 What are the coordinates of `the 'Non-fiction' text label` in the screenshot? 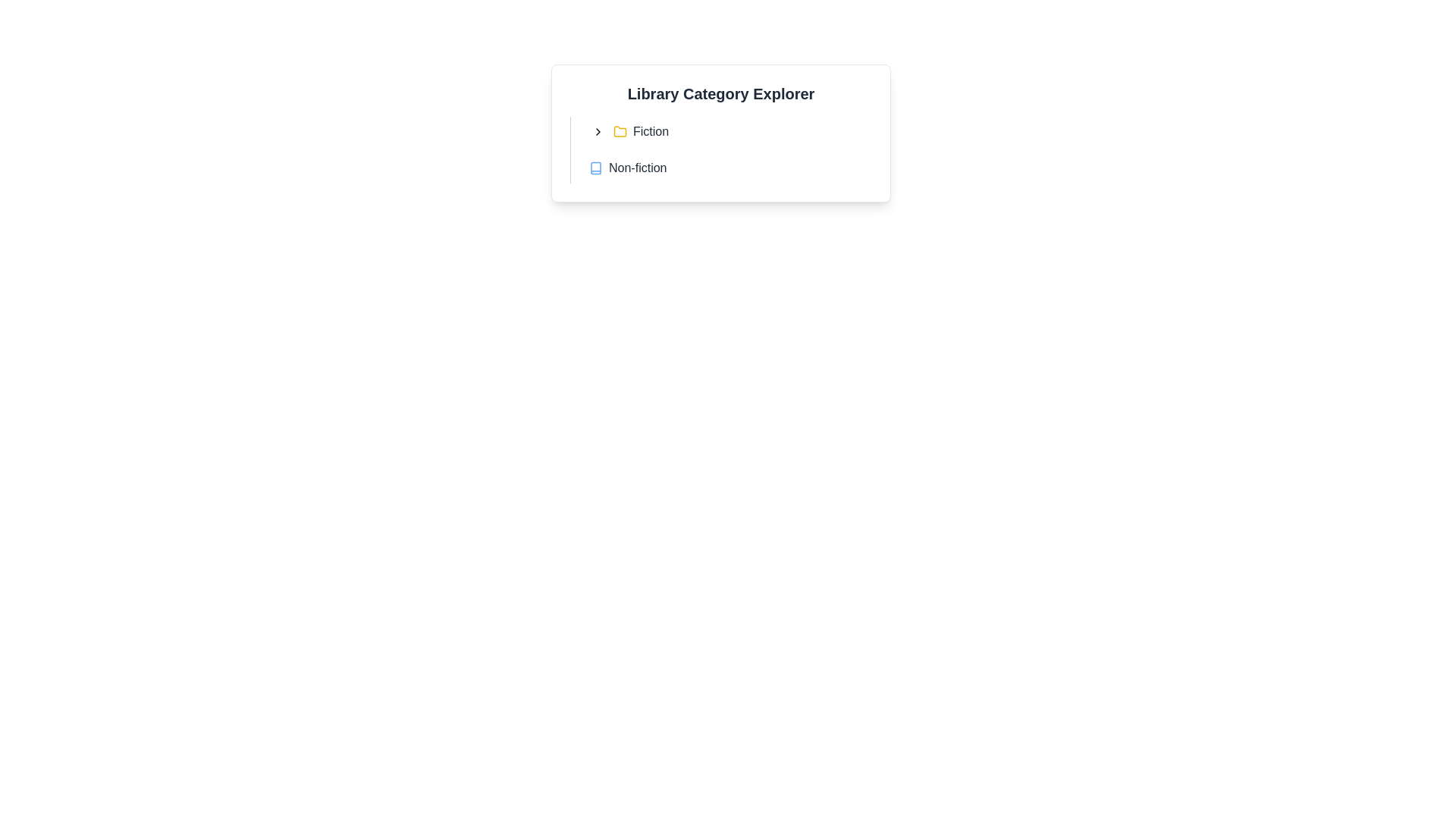 It's located at (638, 168).